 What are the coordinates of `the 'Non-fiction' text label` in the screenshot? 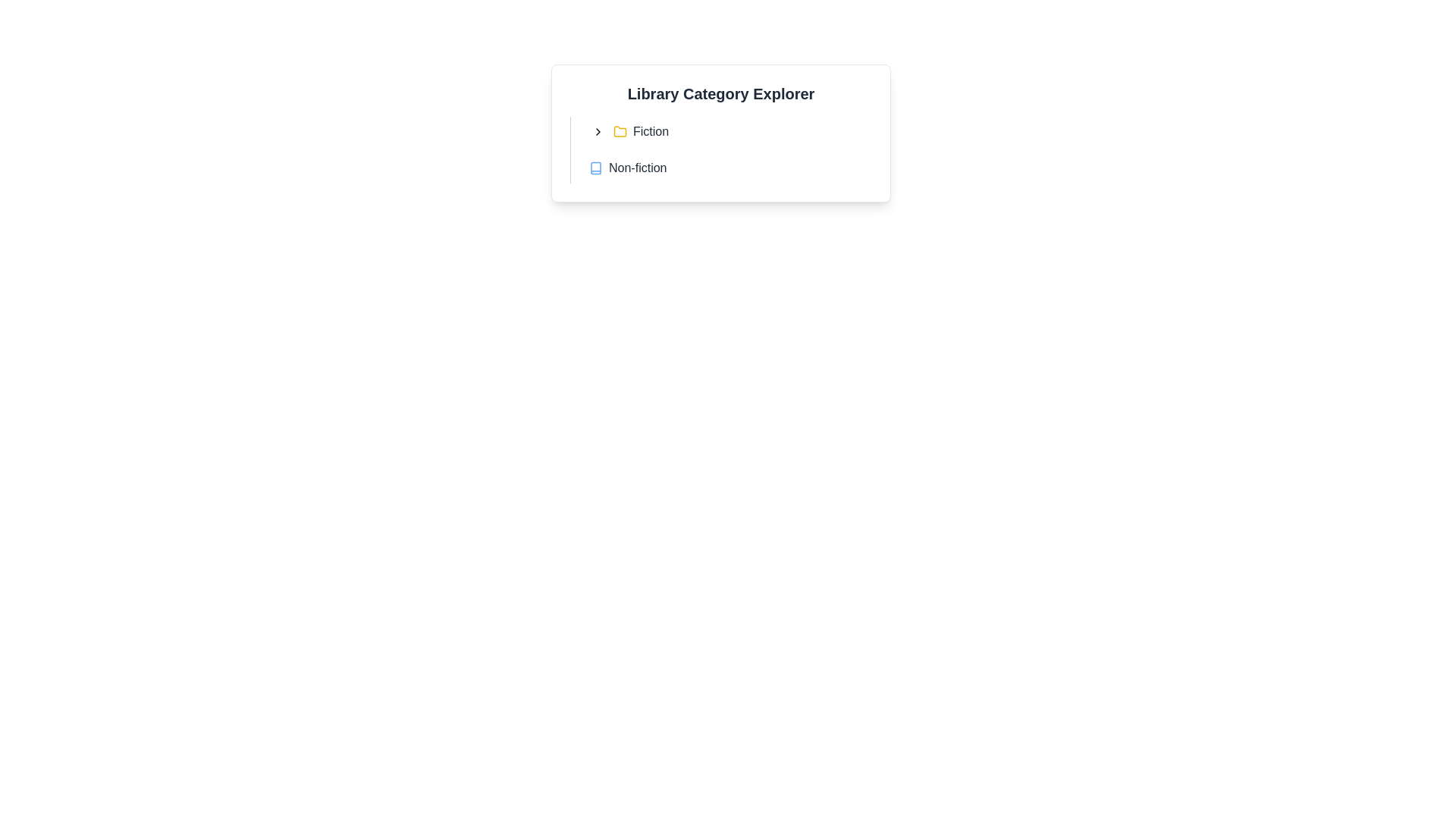 It's located at (638, 168).